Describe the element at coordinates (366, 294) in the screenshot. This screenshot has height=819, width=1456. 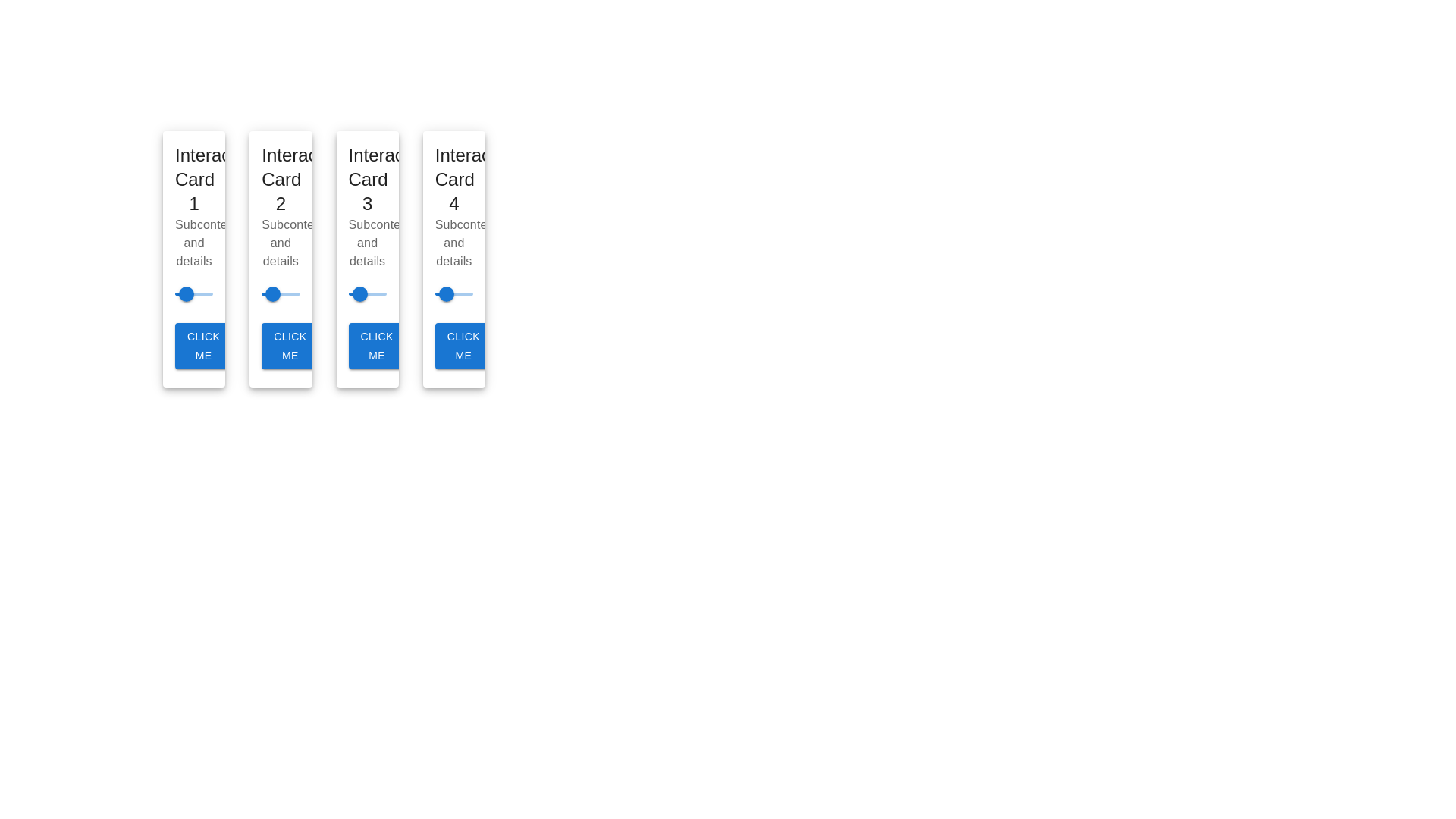
I see `the slider's value` at that location.